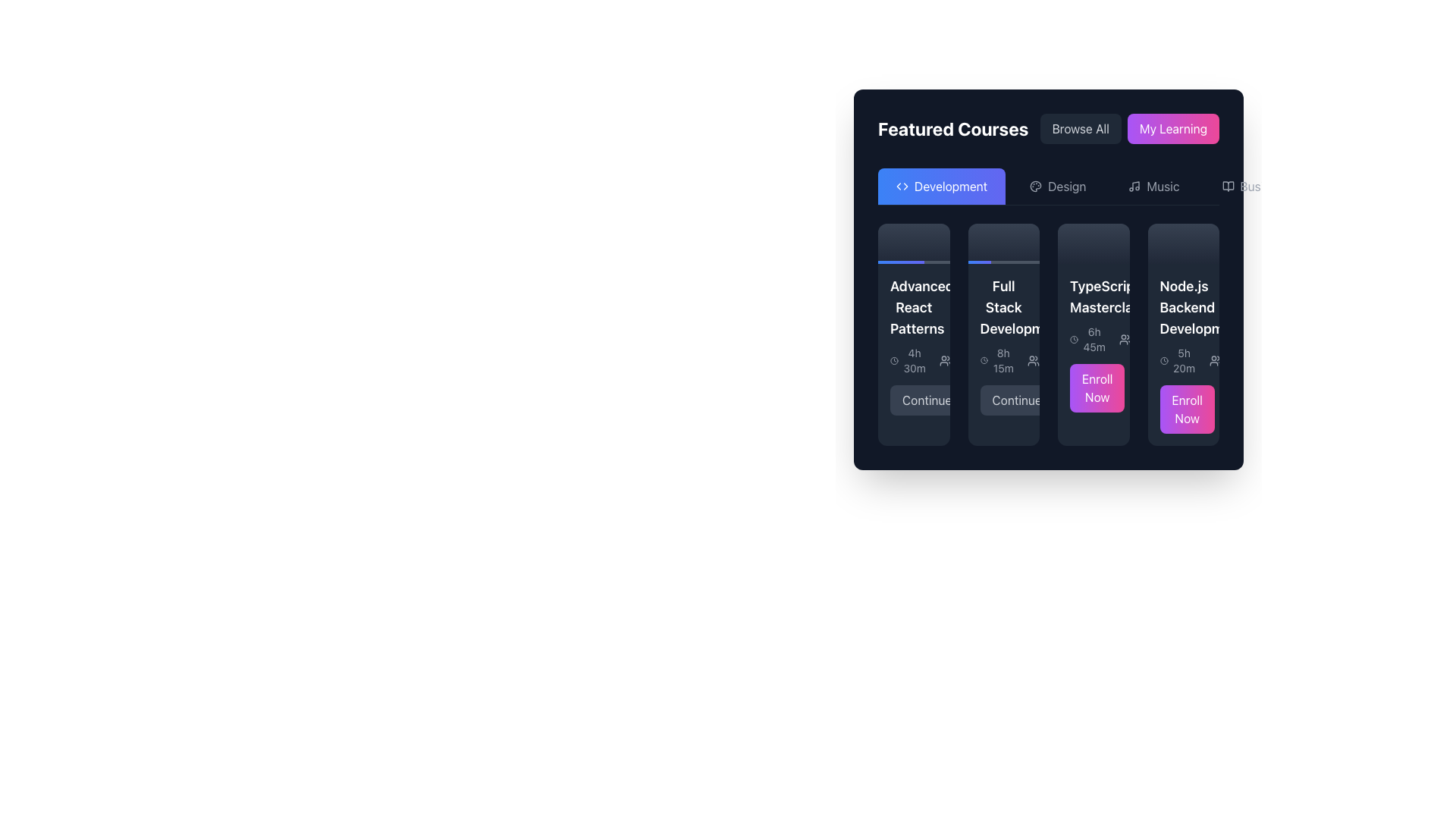 The height and width of the screenshot is (819, 1456). Describe the element at coordinates (913, 243) in the screenshot. I see `the video background placeholder in the upper section of the 'Advanced React Patterns' card to interact with the associated content` at that location.